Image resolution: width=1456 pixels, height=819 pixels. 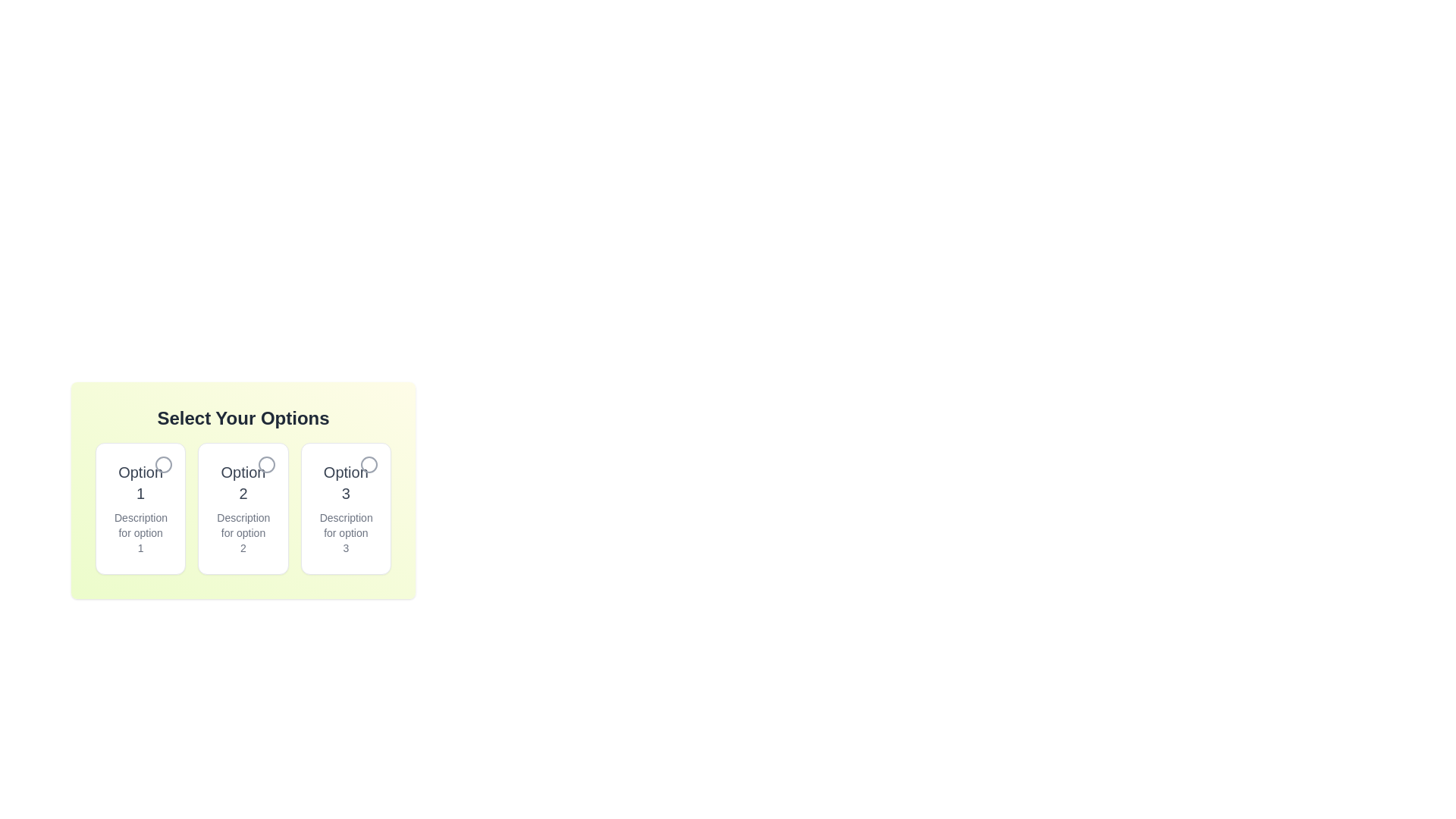 What do you see at coordinates (243, 418) in the screenshot?
I see `the header text labeled 'Select Your Options'` at bounding box center [243, 418].